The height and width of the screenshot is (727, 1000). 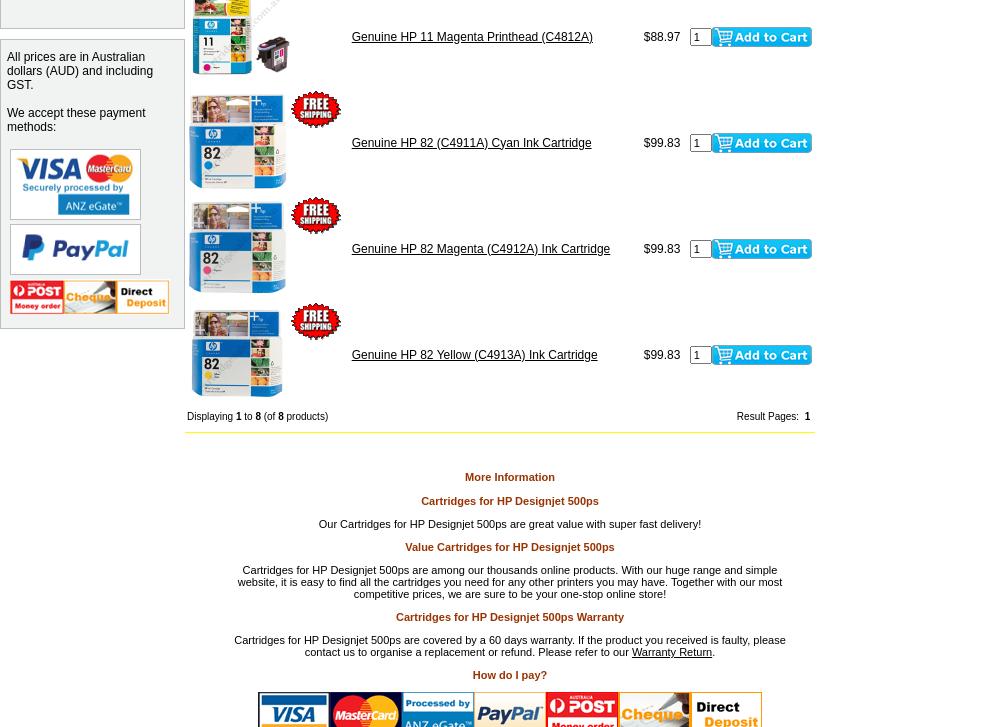 What do you see at coordinates (421, 499) in the screenshot?
I see `'Cartridges for HP Designjet 500ps'` at bounding box center [421, 499].